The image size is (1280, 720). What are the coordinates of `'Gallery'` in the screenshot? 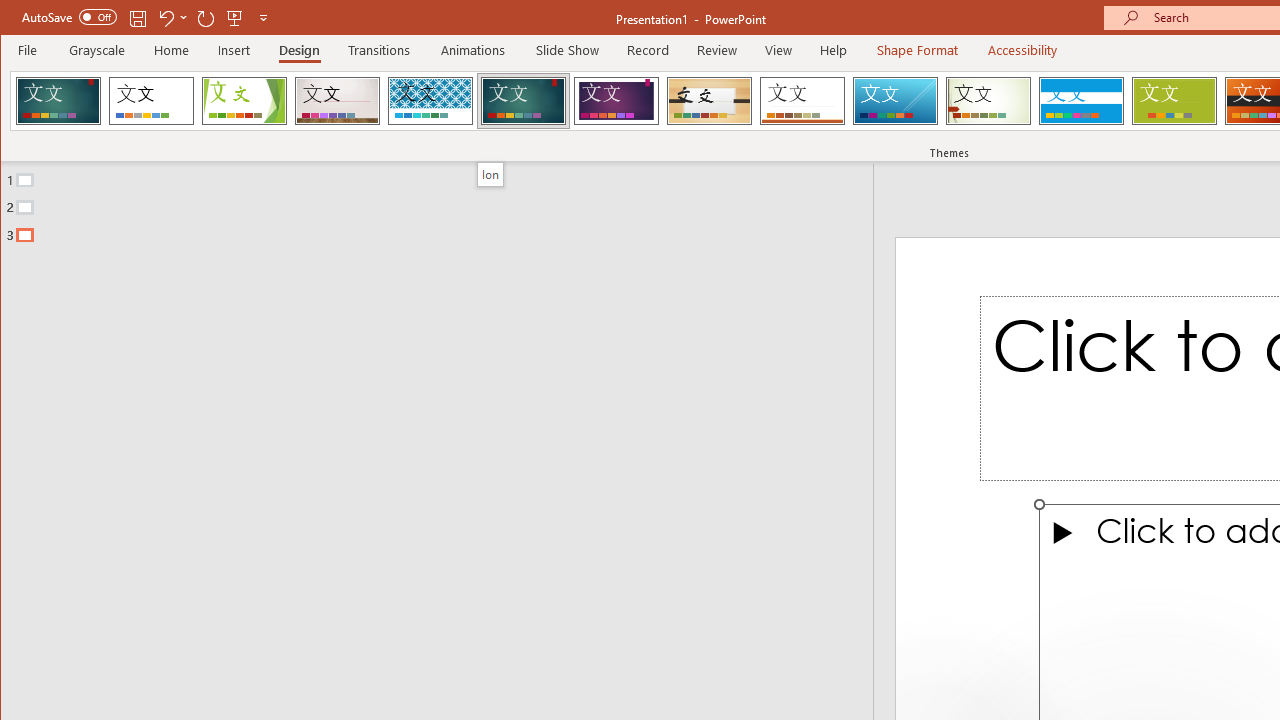 It's located at (337, 100).